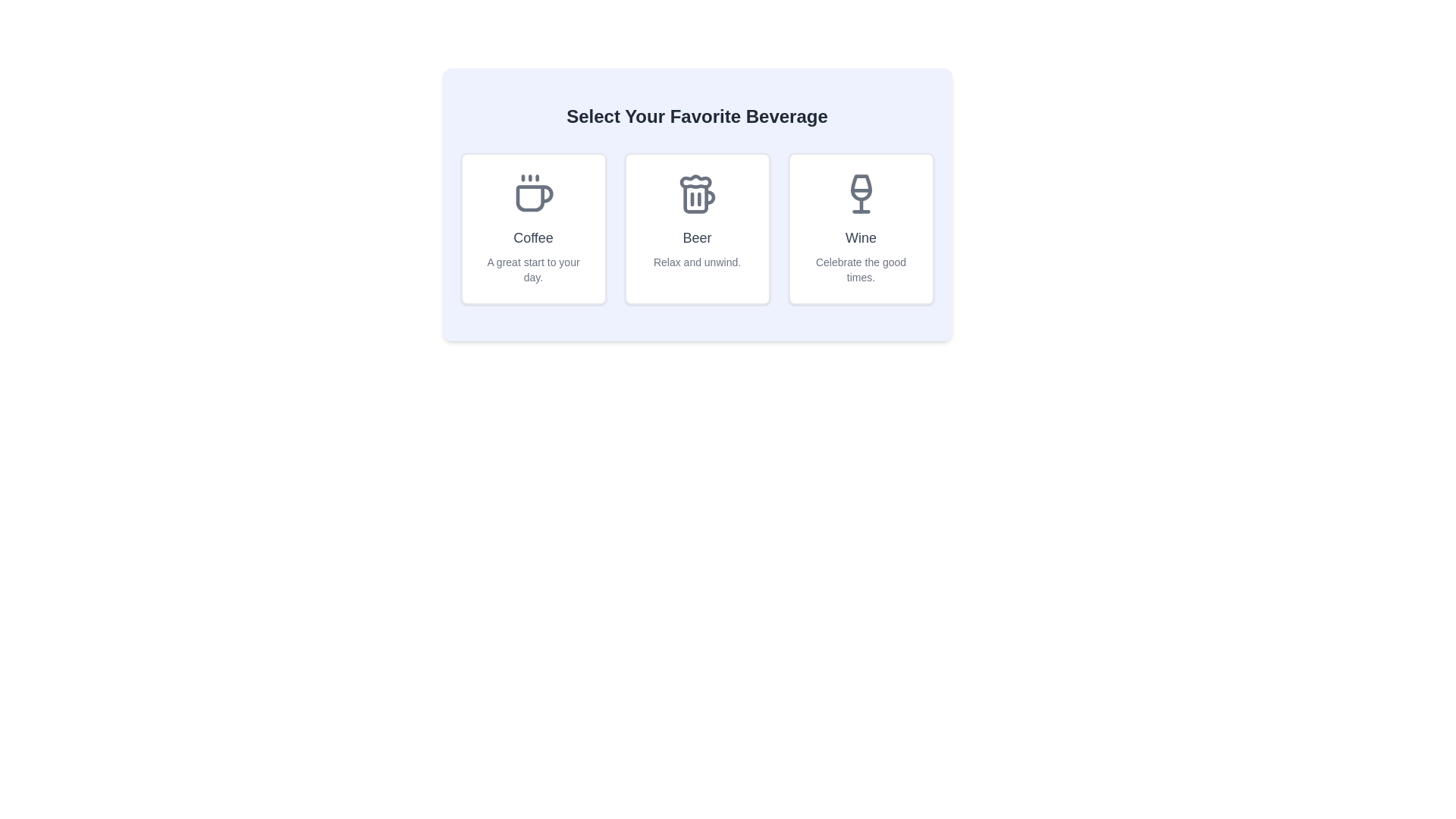 This screenshot has height=819, width=1456. I want to click on the wine glass icon, which is the third option in the horizontal beverage choices labeled 'Wine', displayed in gray color, so click(861, 187).